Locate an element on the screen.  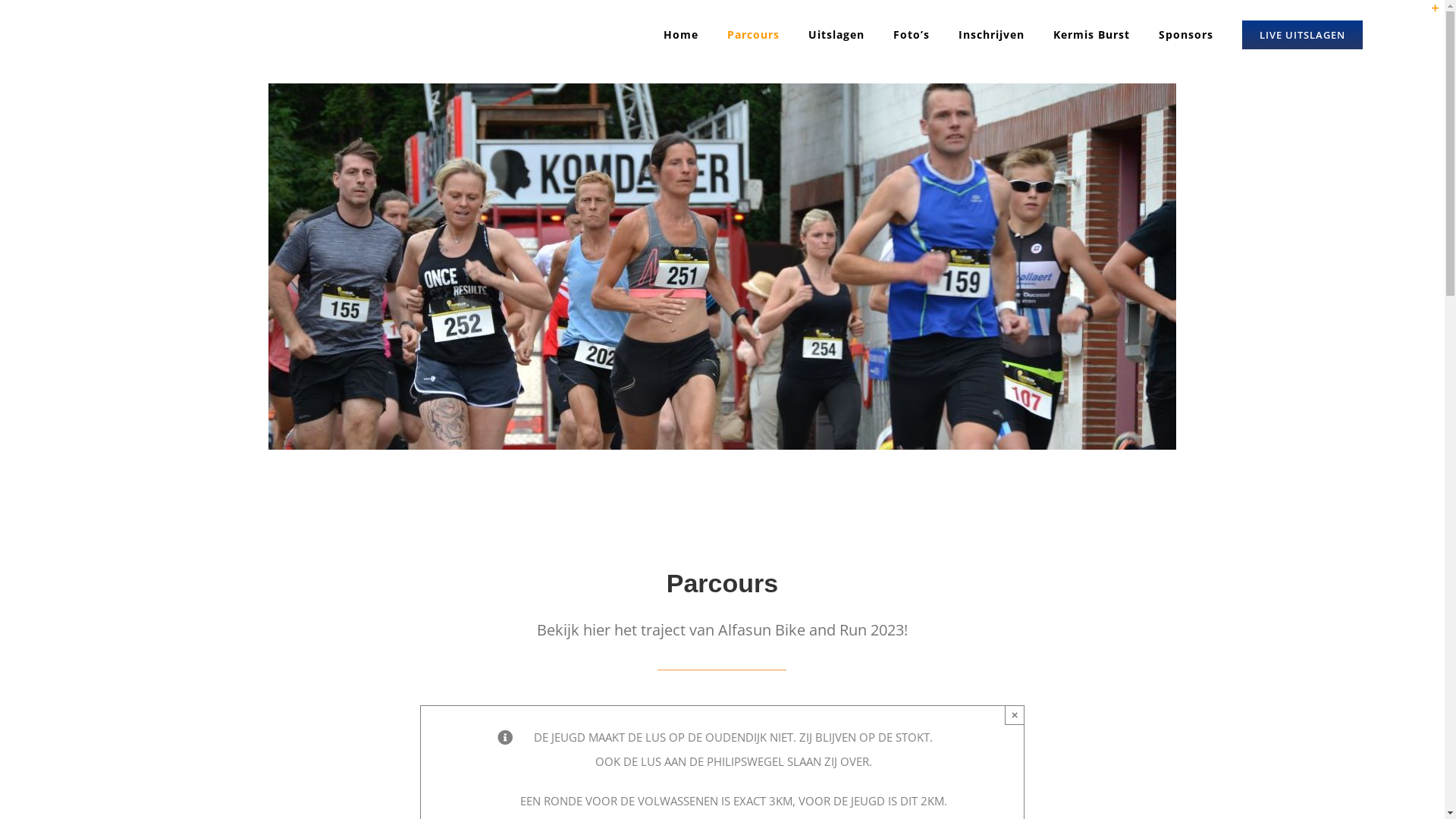
'Parcours' is located at coordinates (753, 34).